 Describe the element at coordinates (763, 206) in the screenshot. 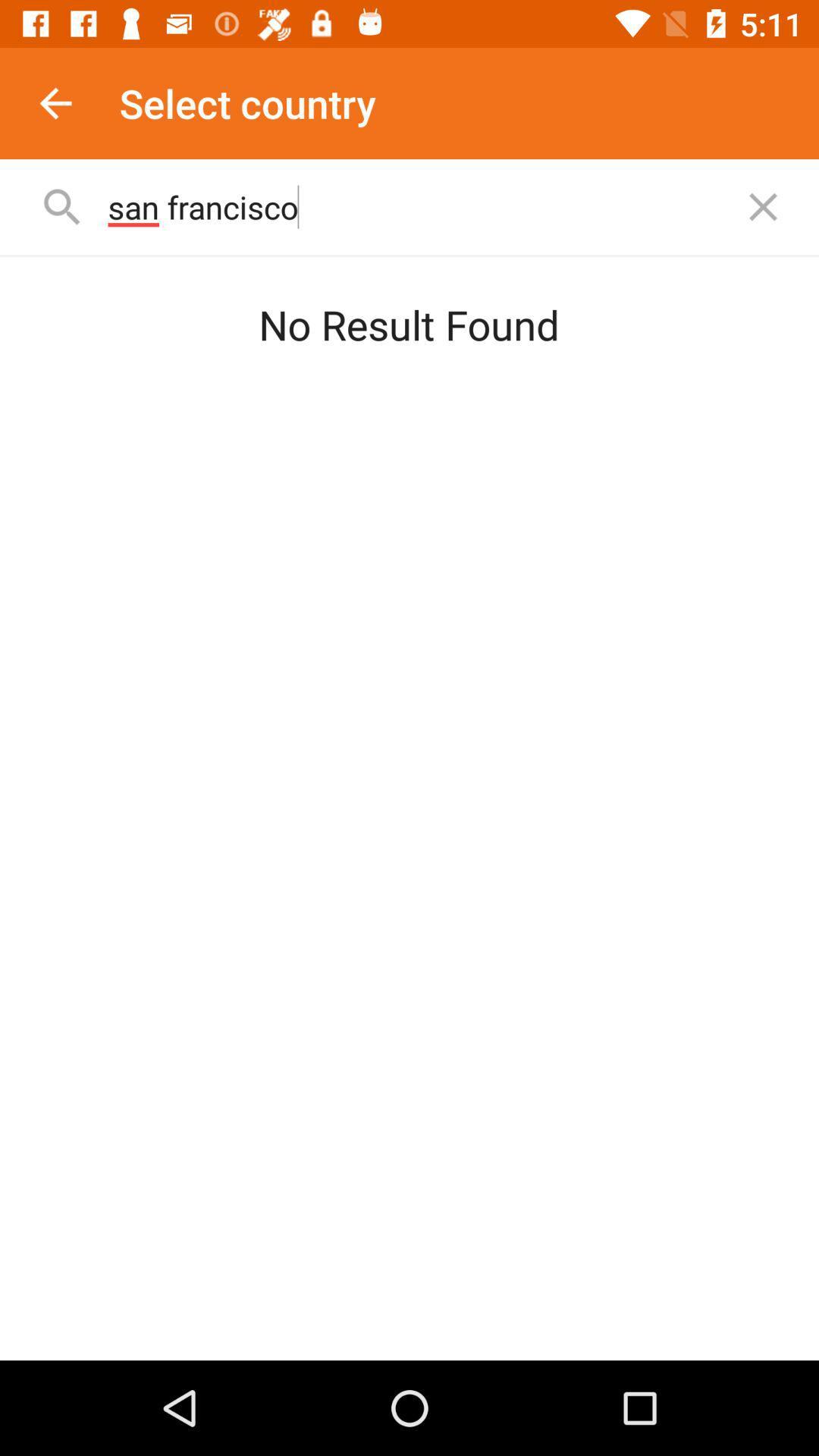

I see `delete text in search bar` at that location.